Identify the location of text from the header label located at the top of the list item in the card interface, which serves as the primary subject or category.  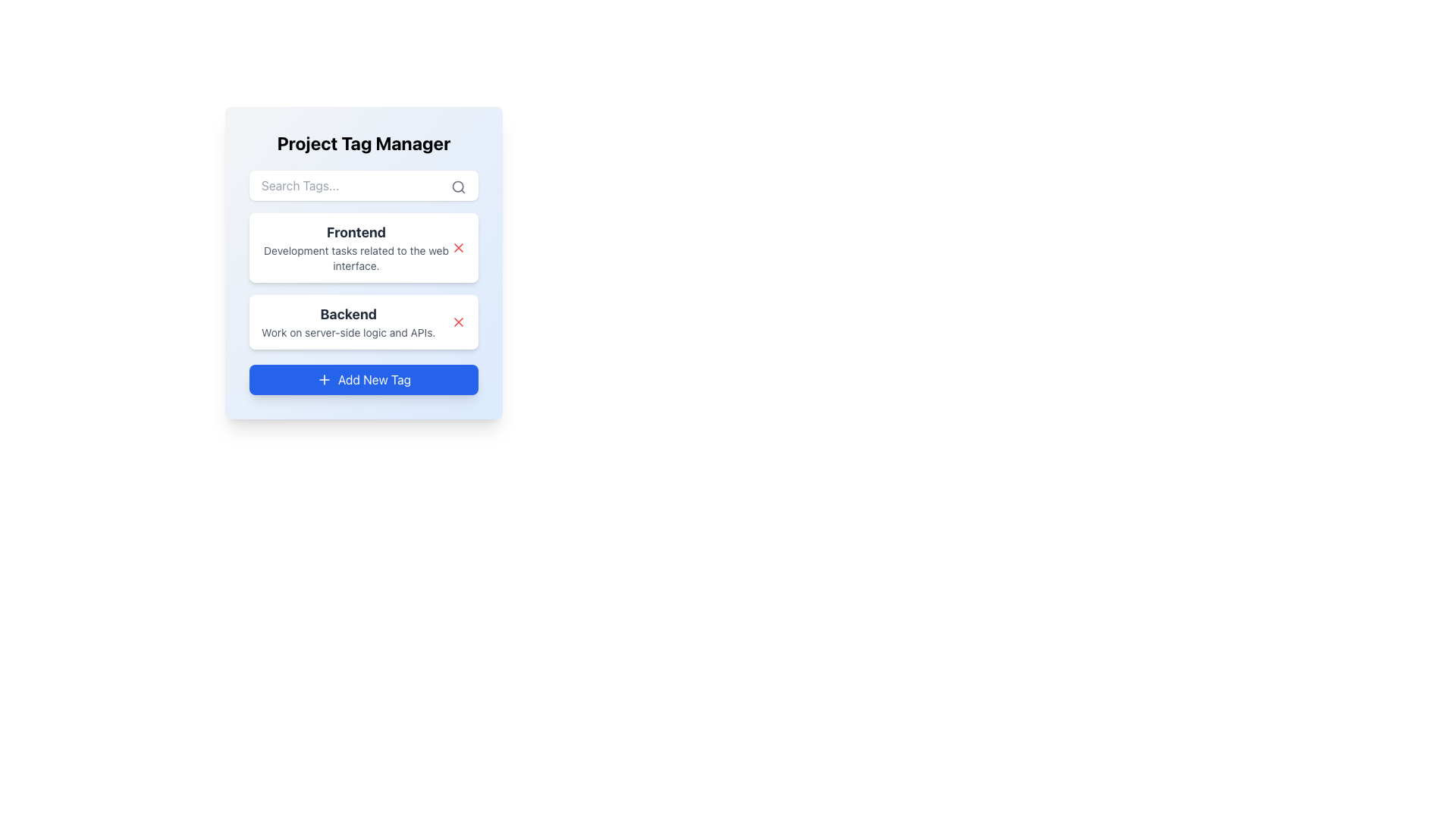
(356, 233).